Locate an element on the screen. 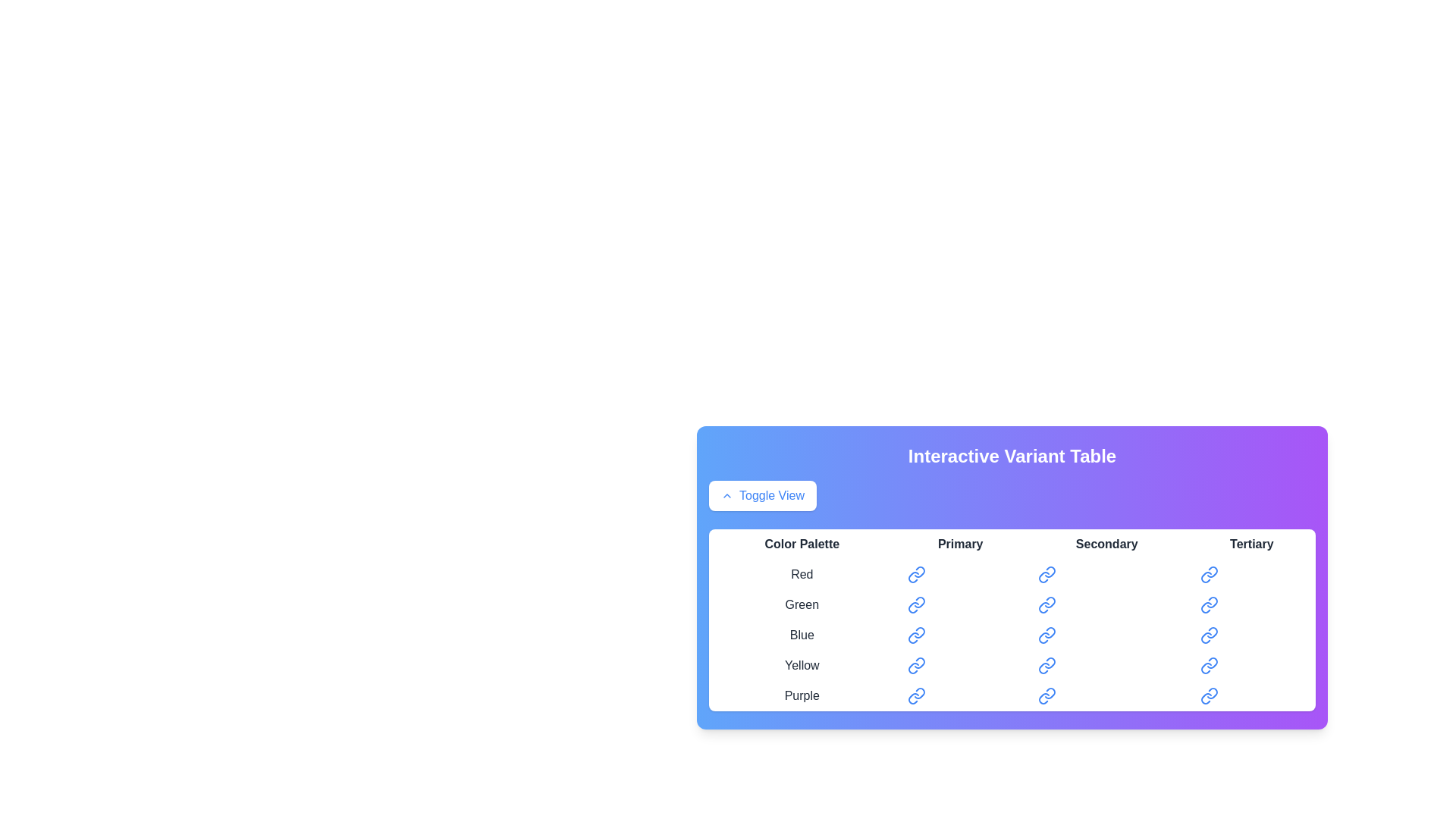 This screenshot has width=1456, height=819. the text label displaying 'Blue' in the third row under the 'Color Palette' column of the interactive table is located at coordinates (801, 635).